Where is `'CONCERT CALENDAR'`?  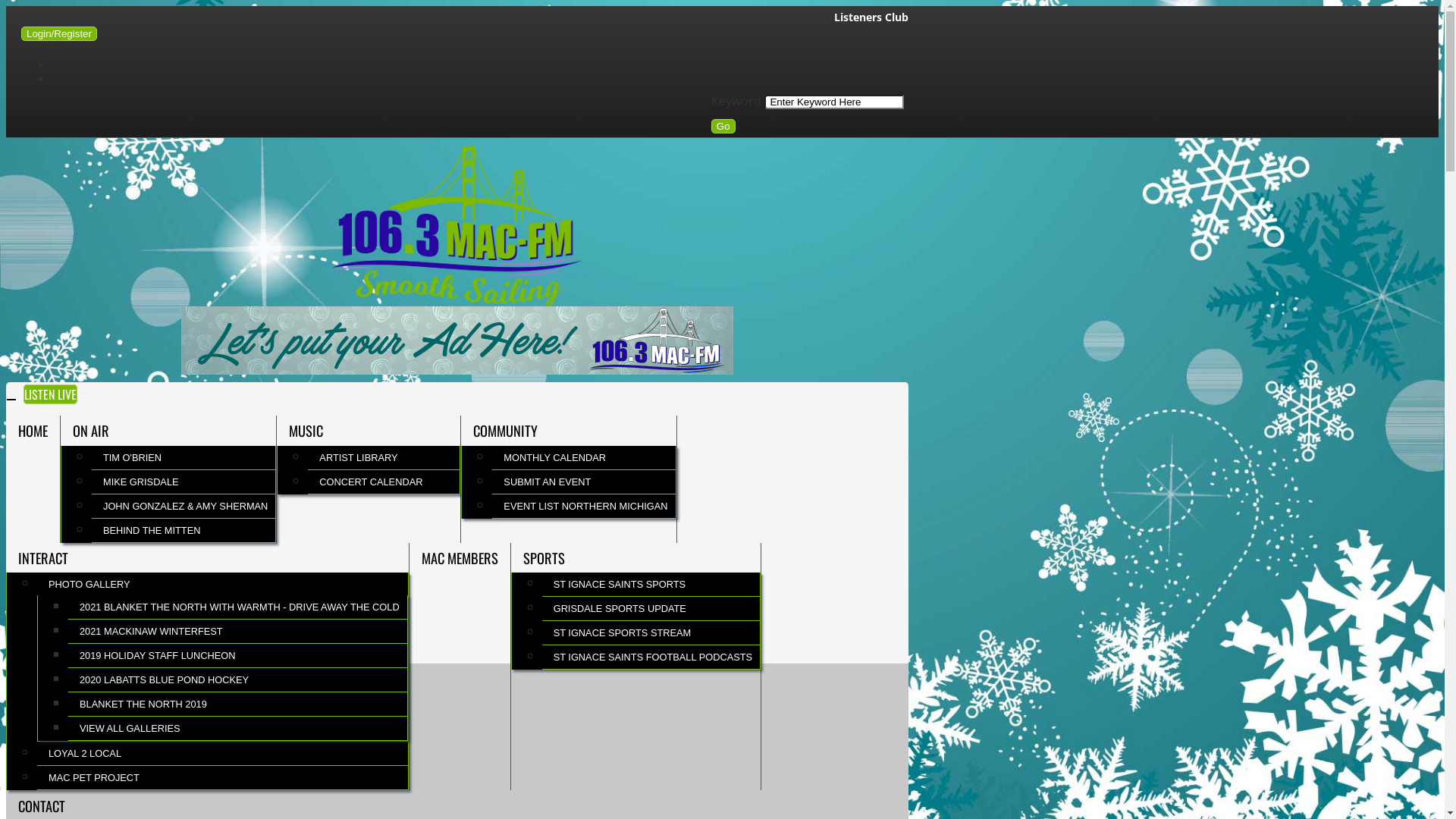
'CONCERT CALENDAR' is located at coordinates (383, 482).